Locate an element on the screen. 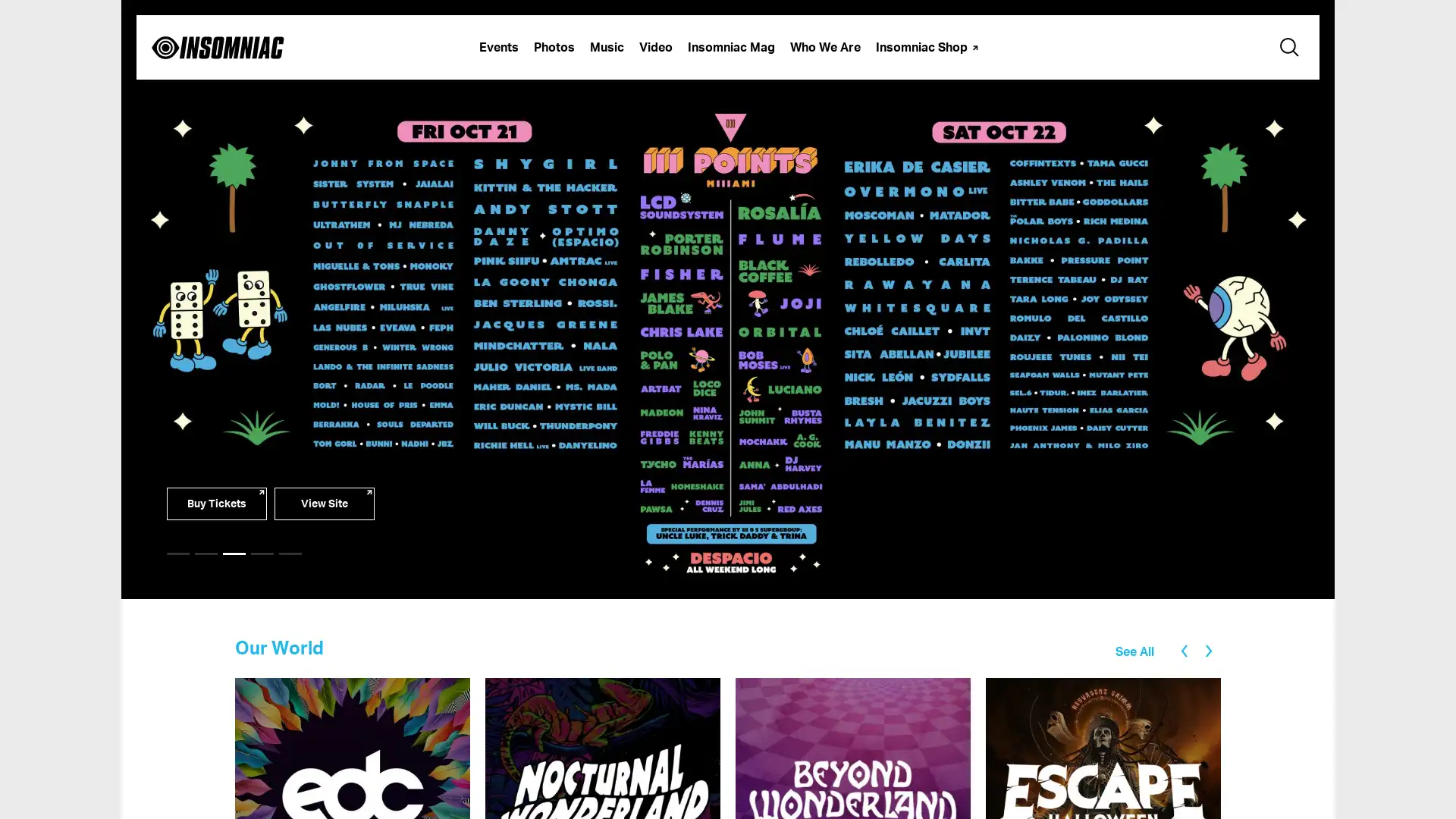  Subscribe is located at coordinates (728, 249).